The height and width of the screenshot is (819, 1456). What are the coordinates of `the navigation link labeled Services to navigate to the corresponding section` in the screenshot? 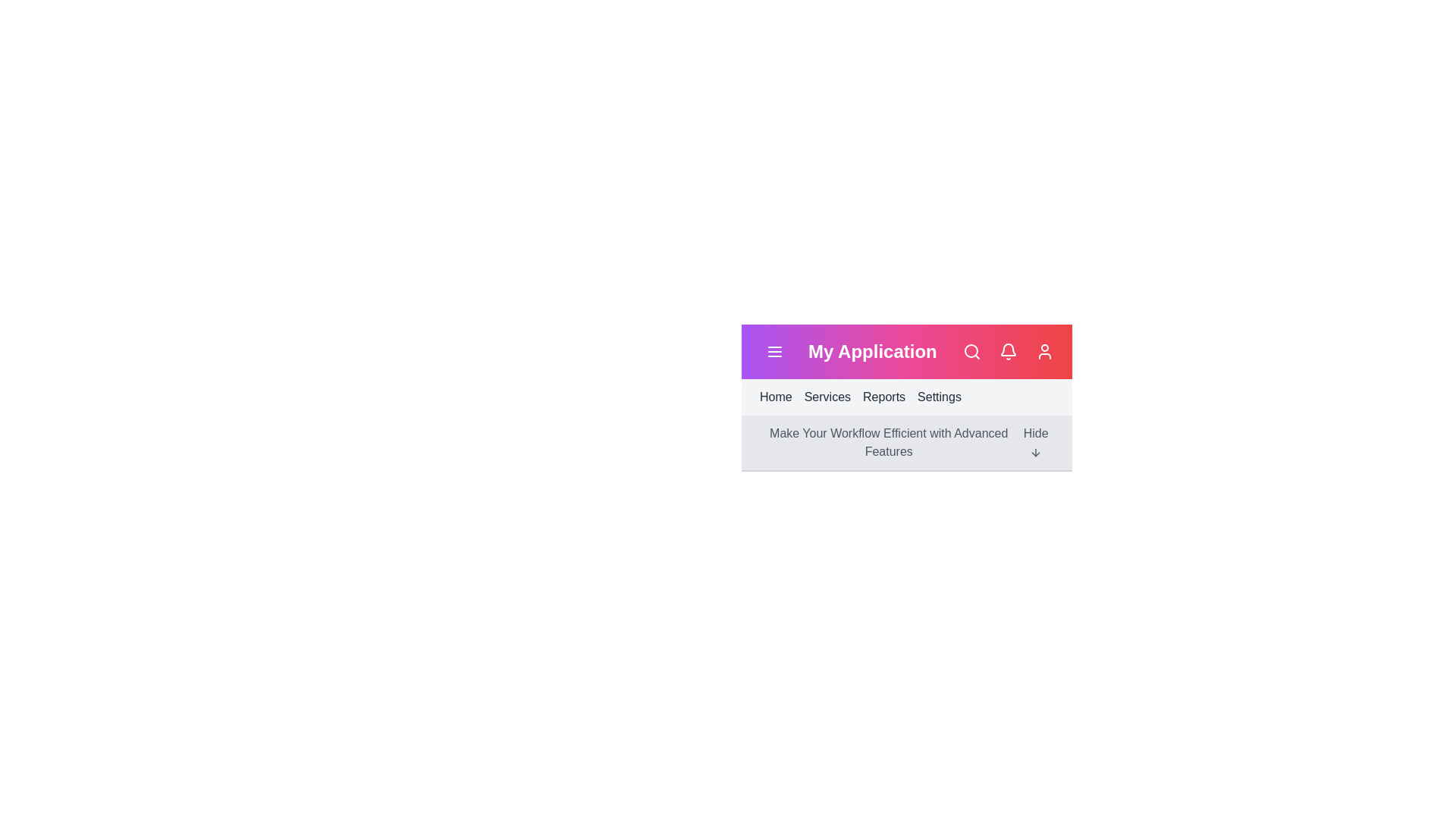 It's located at (826, 397).